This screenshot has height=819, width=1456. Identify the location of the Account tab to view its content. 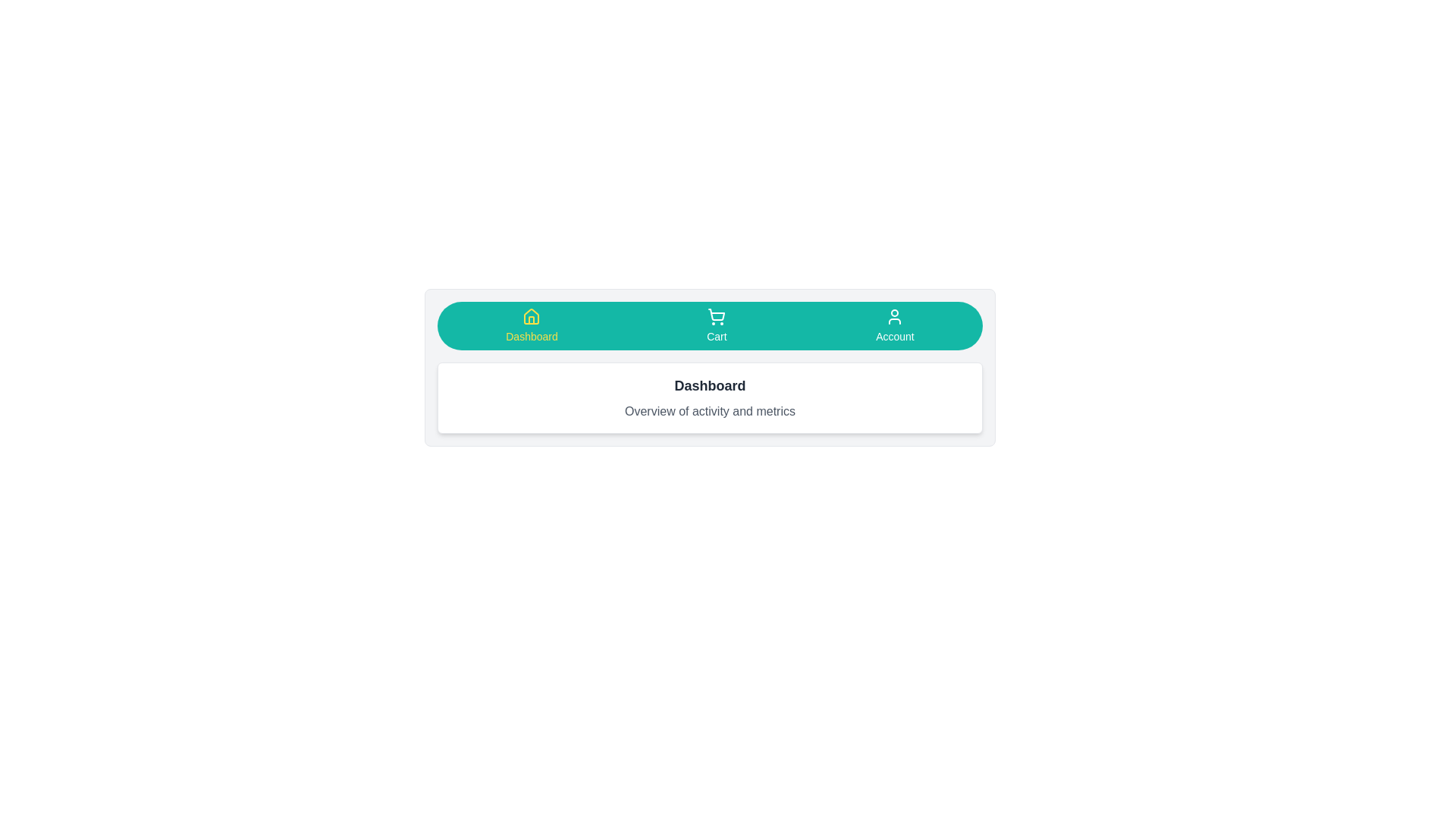
(895, 325).